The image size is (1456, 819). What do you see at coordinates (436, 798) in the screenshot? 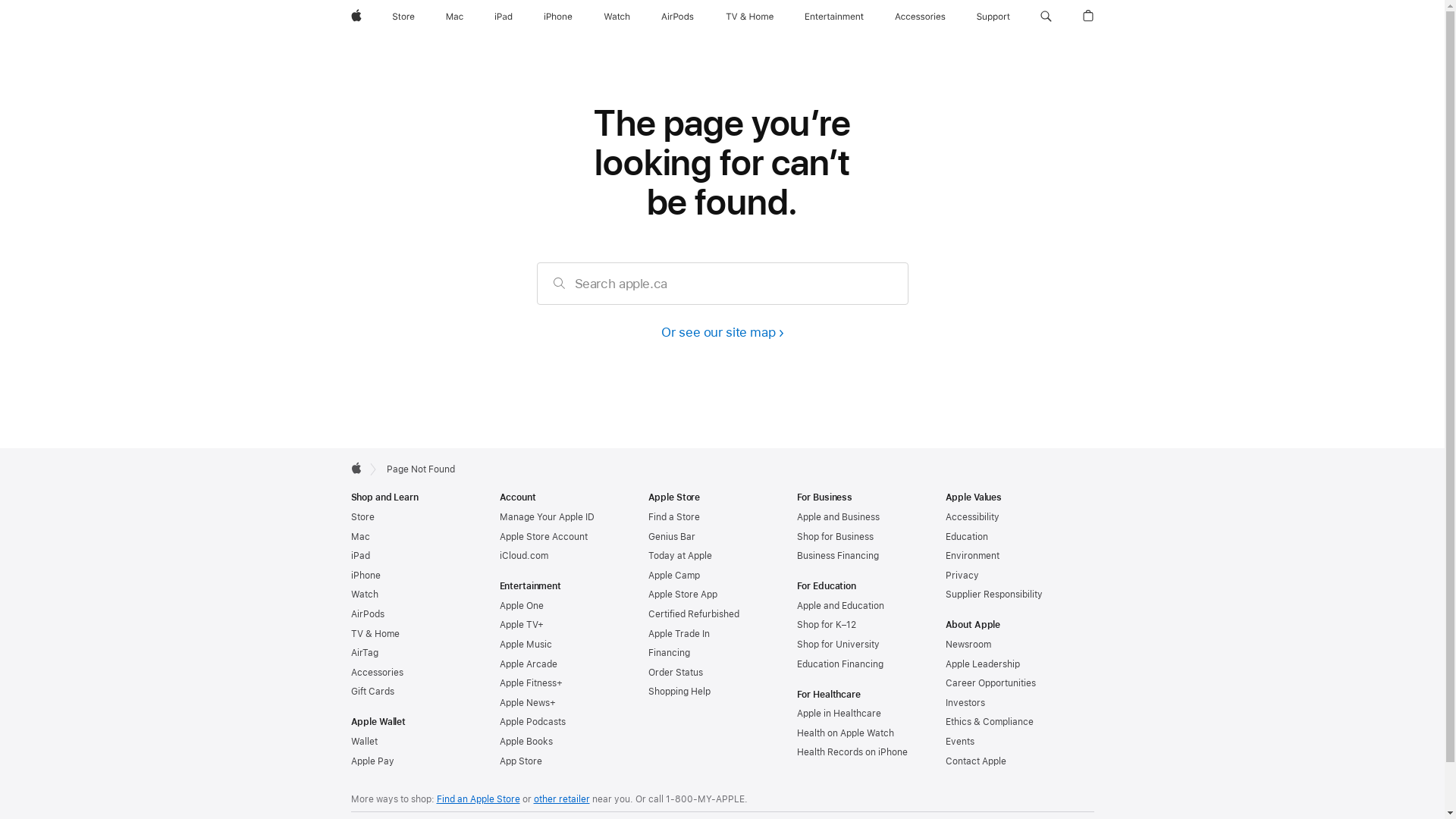
I see `'Find an Apple Store'` at bounding box center [436, 798].